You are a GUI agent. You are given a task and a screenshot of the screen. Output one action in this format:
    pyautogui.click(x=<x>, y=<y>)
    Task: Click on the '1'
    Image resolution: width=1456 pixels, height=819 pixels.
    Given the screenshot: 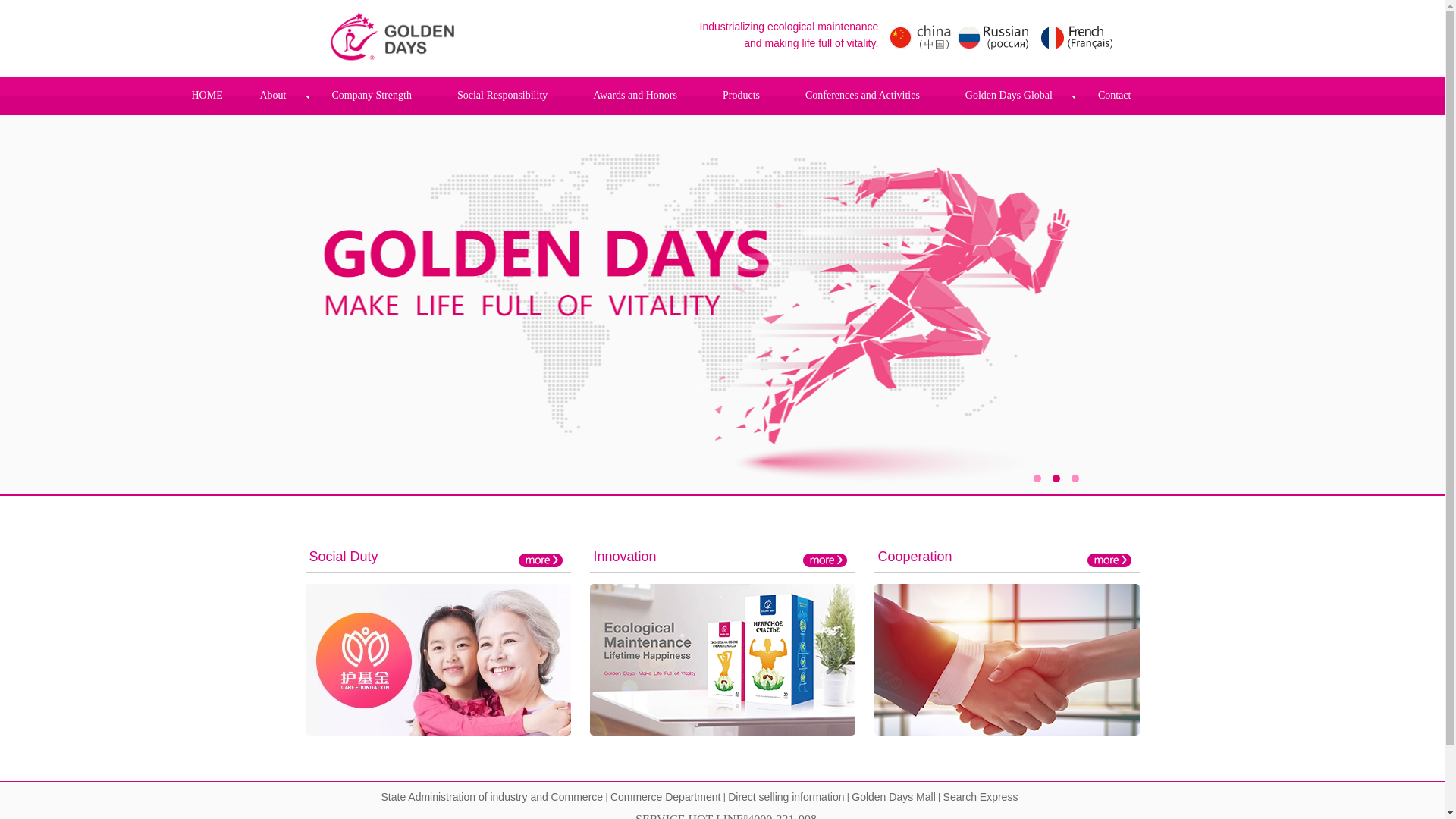 What is the action you would take?
    pyautogui.click(x=1032, y=479)
    